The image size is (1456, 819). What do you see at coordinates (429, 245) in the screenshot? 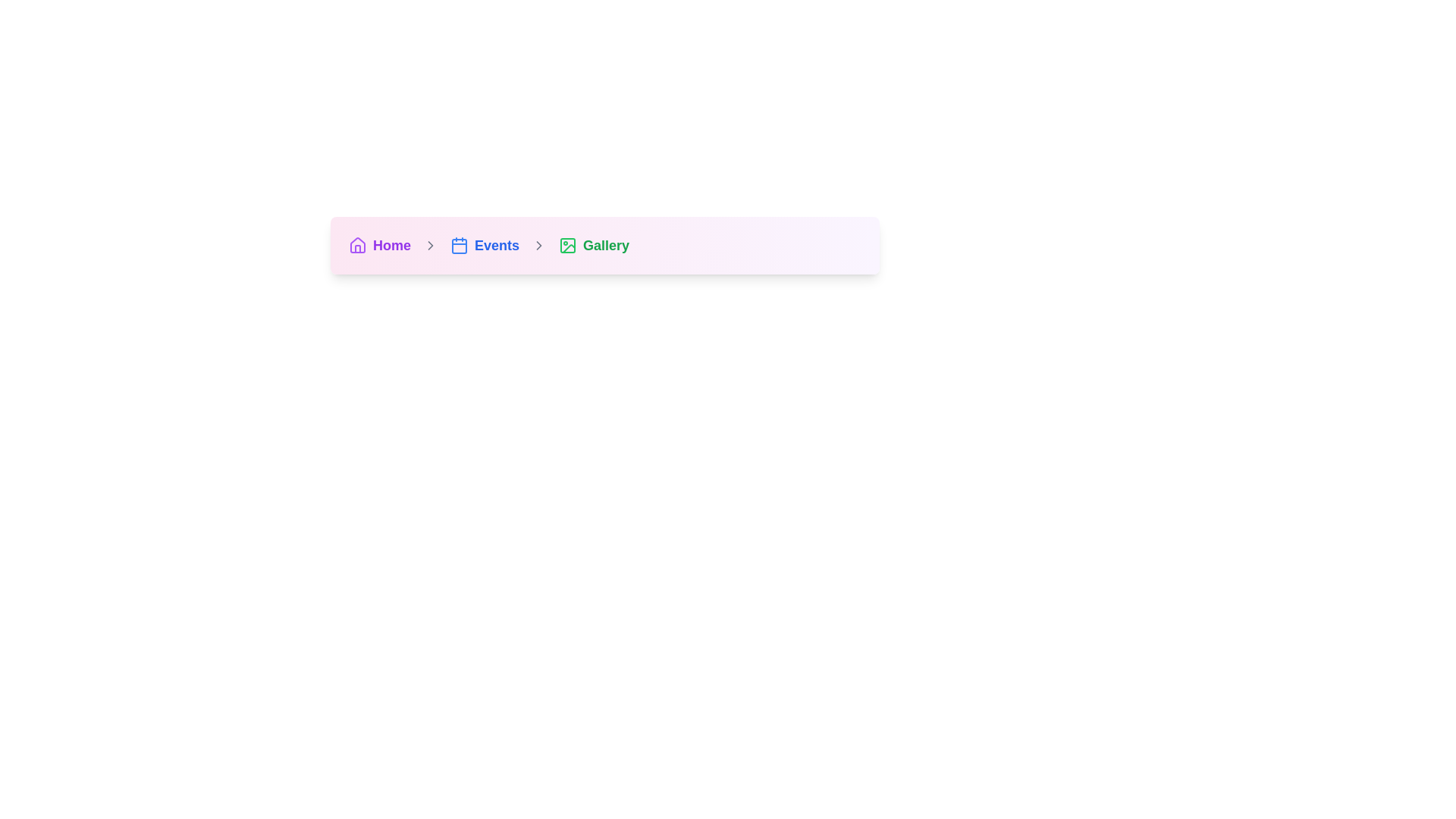
I see `the chevron separator icon in the breadcrumb navigation located to the right of the 'Events' breadcrumb` at bounding box center [429, 245].